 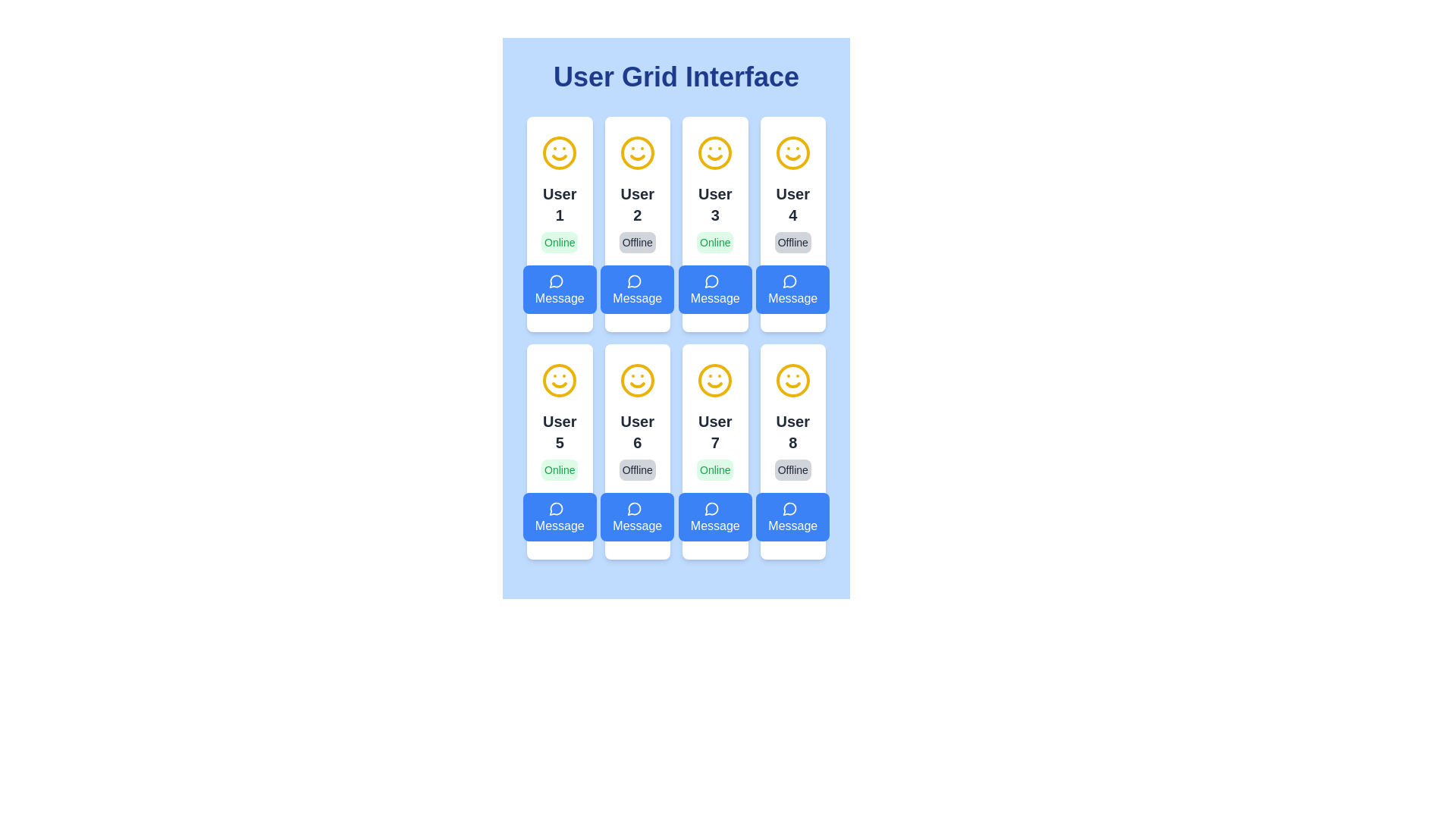 I want to click on the text label that displays 'User 8', located in the bottom-right card of a 2x4 grid, positioned below a smiley icon and above the 'Offline' status label, so click(x=792, y=432).